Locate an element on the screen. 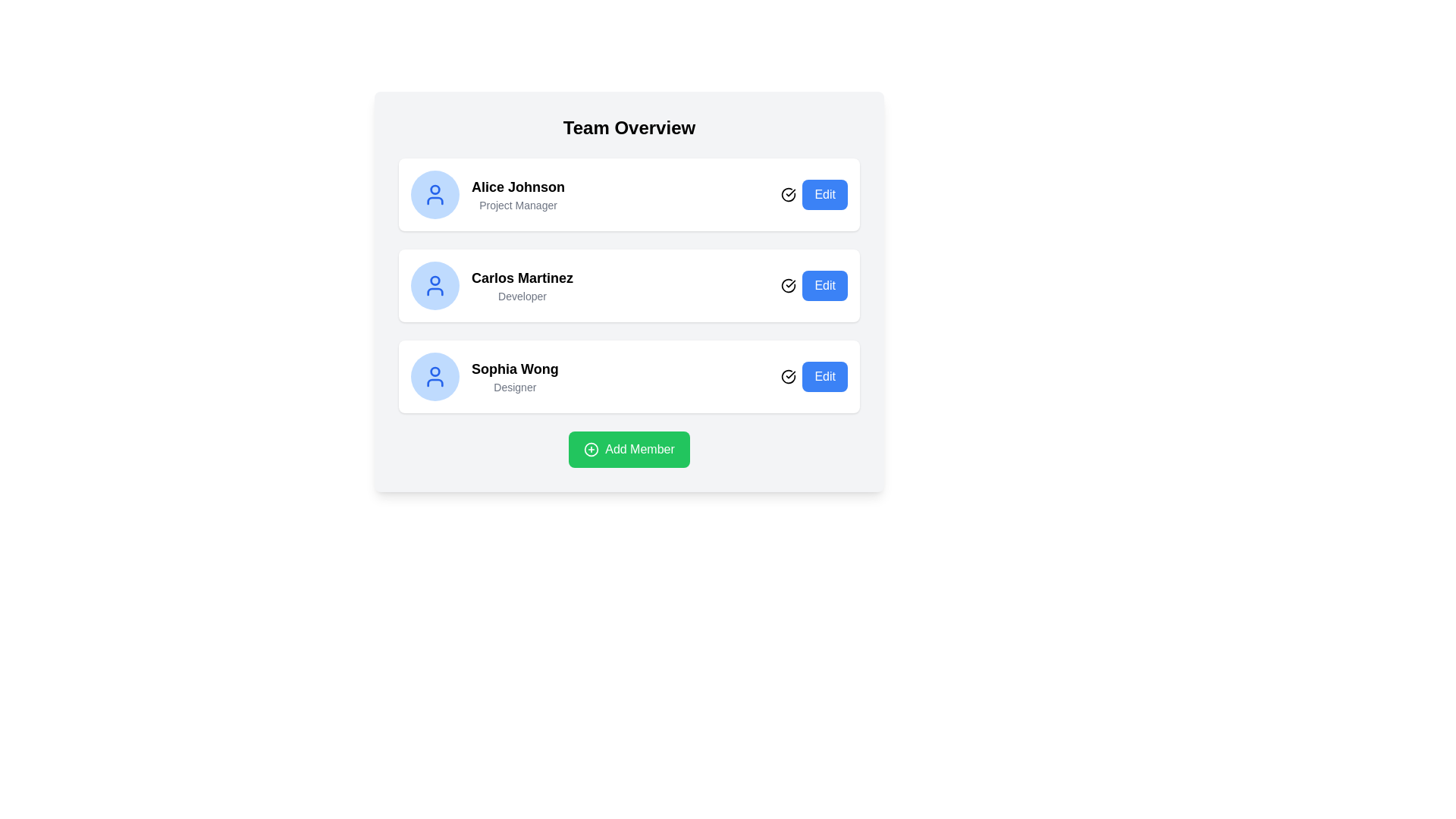 The image size is (1456, 819). the circular checkmark icon located immediately to the left of the 'Edit' button for 'Carlos Martinez' is located at coordinates (789, 286).